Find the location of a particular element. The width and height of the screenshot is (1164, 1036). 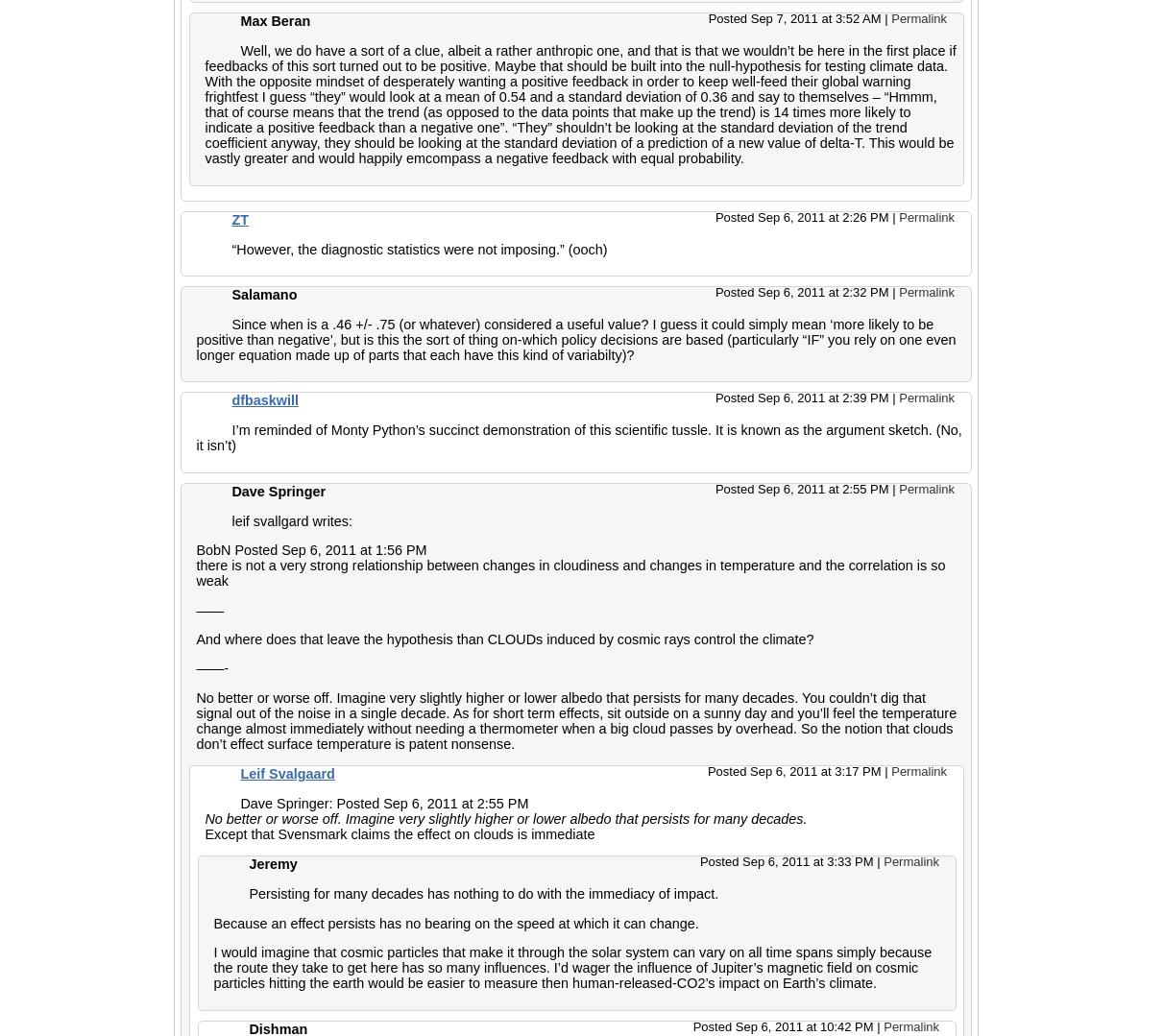

'Because an effect persists has no bearing on the speed at which it can change.' is located at coordinates (454, 921).